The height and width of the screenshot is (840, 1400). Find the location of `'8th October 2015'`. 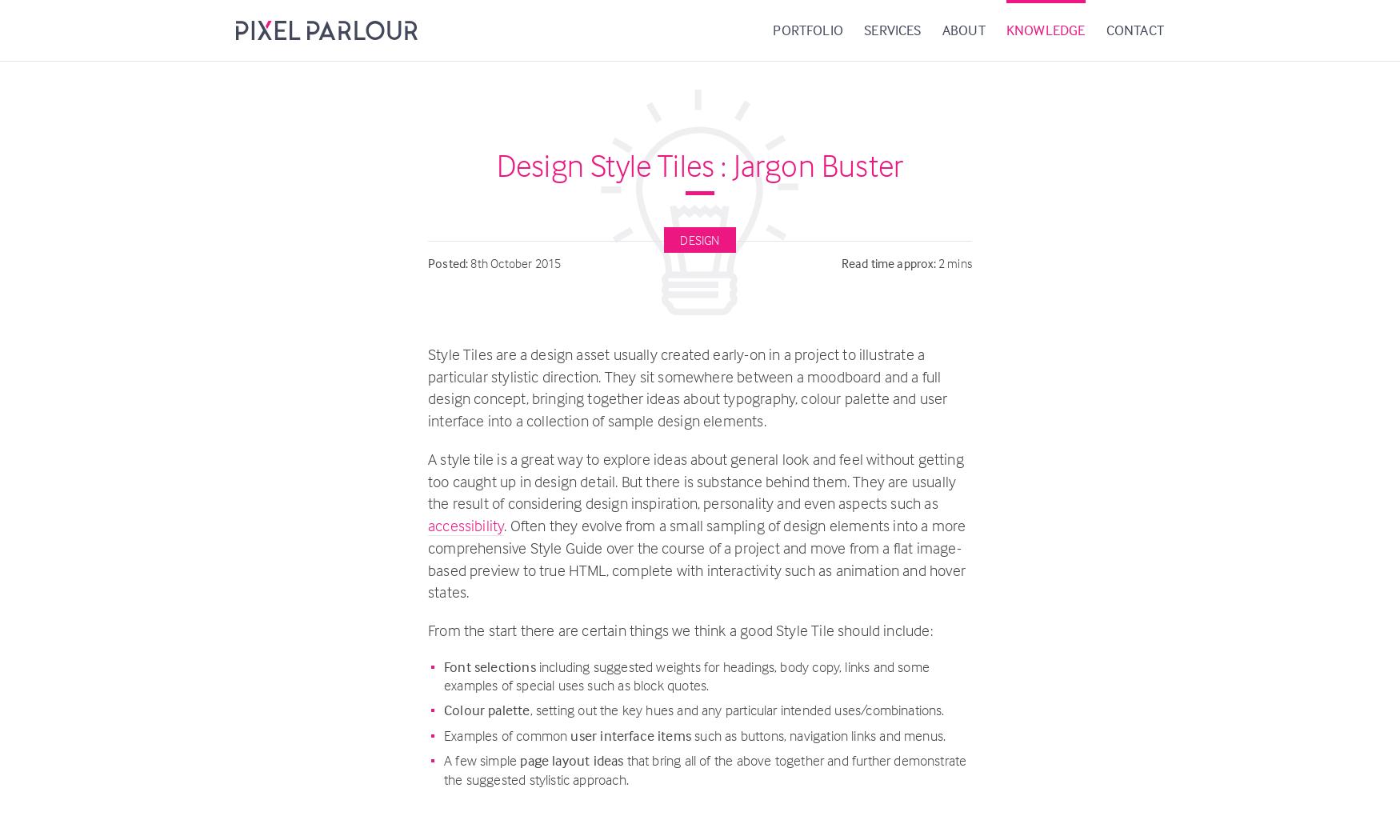

'8th October 2015' is located at coordinates (514, 262).